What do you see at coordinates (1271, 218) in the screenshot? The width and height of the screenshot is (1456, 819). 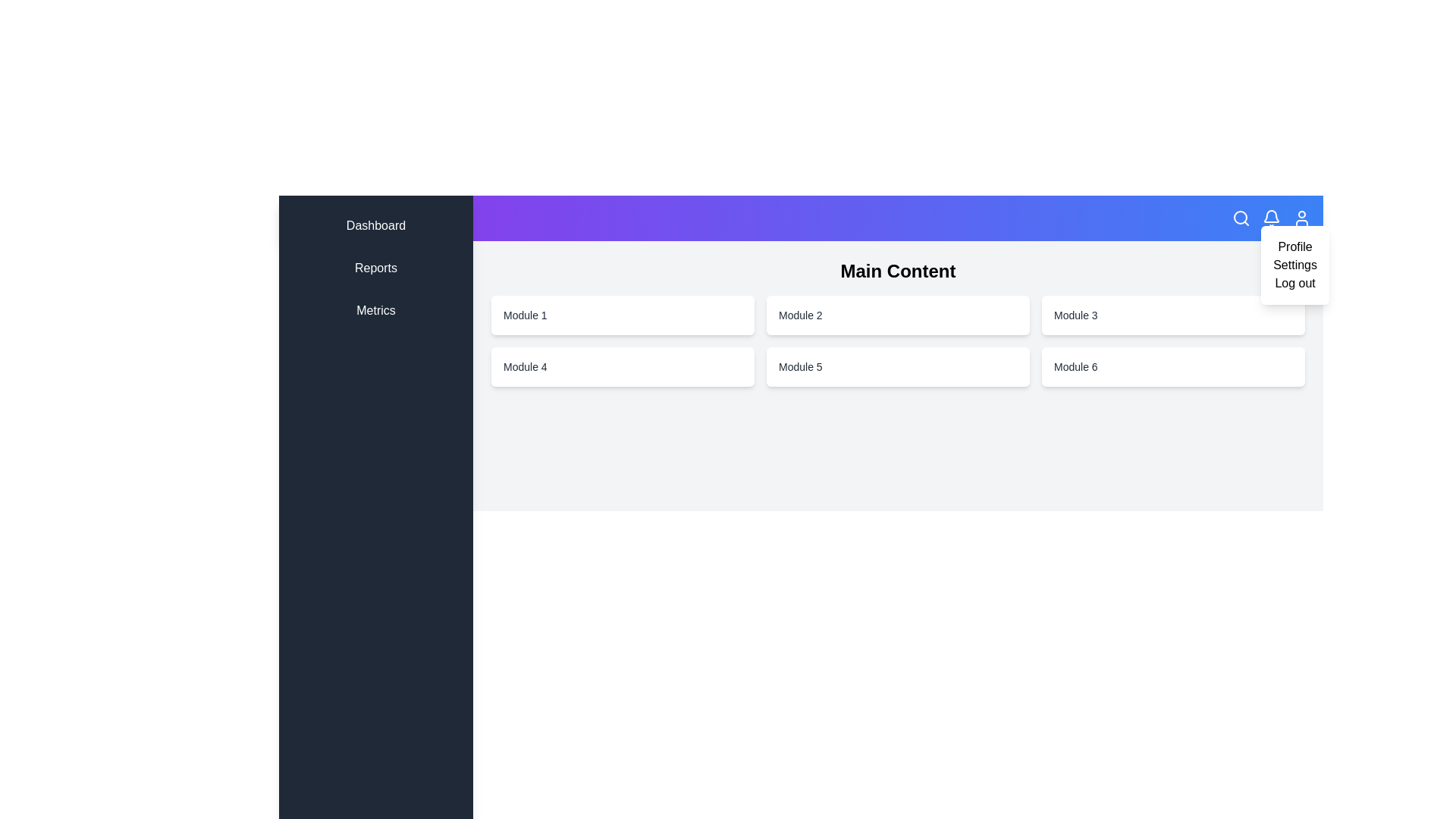 I see `the modern minimalistic bell-shaped icon located in the top-right corner of the interface, adjacent to the search icon and profile icon` at bounding box center [1271, 218].